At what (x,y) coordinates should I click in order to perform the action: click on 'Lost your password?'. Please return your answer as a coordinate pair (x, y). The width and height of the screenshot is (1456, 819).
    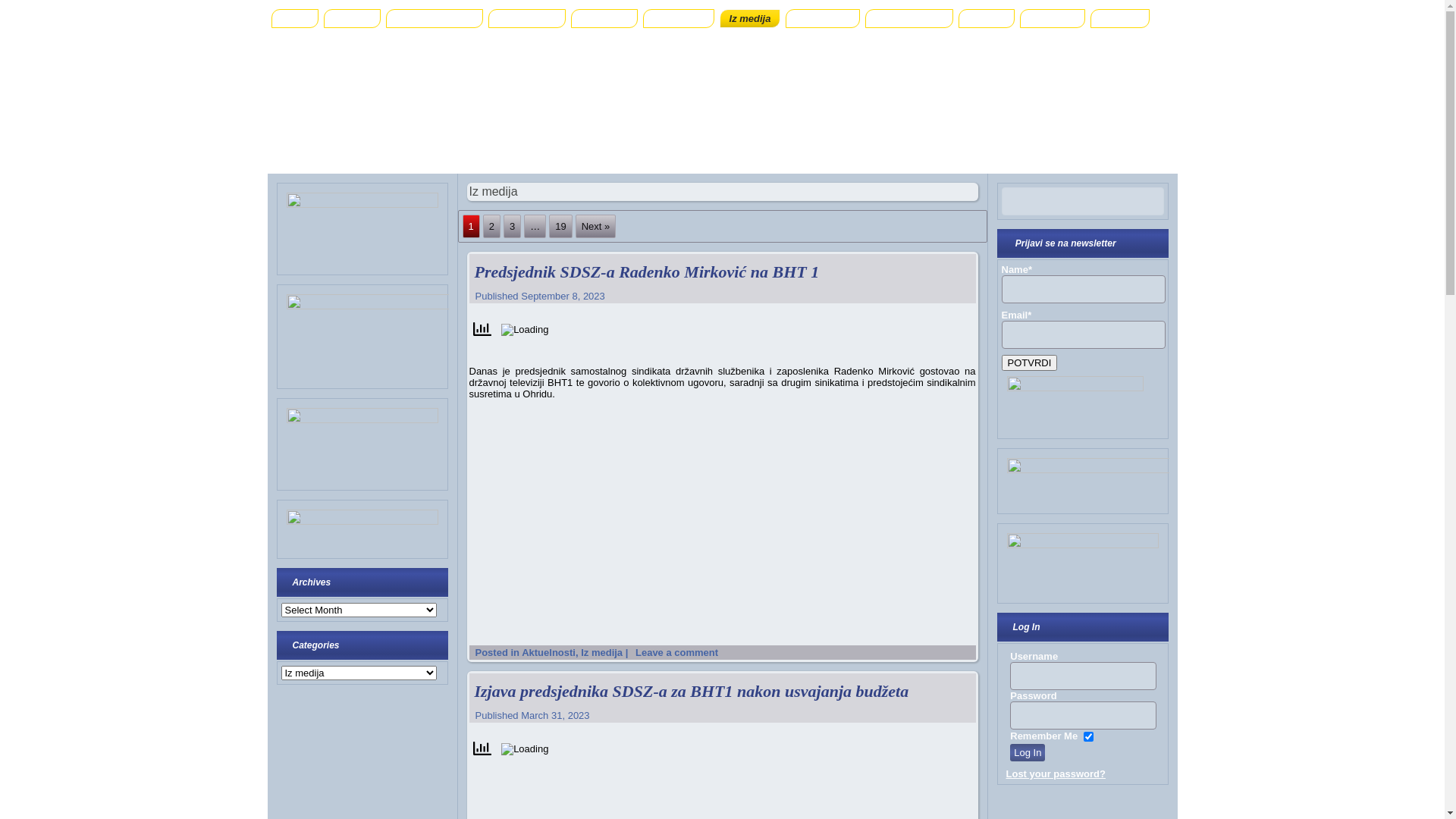
    Looking at the image, I should click on (1054, 773).